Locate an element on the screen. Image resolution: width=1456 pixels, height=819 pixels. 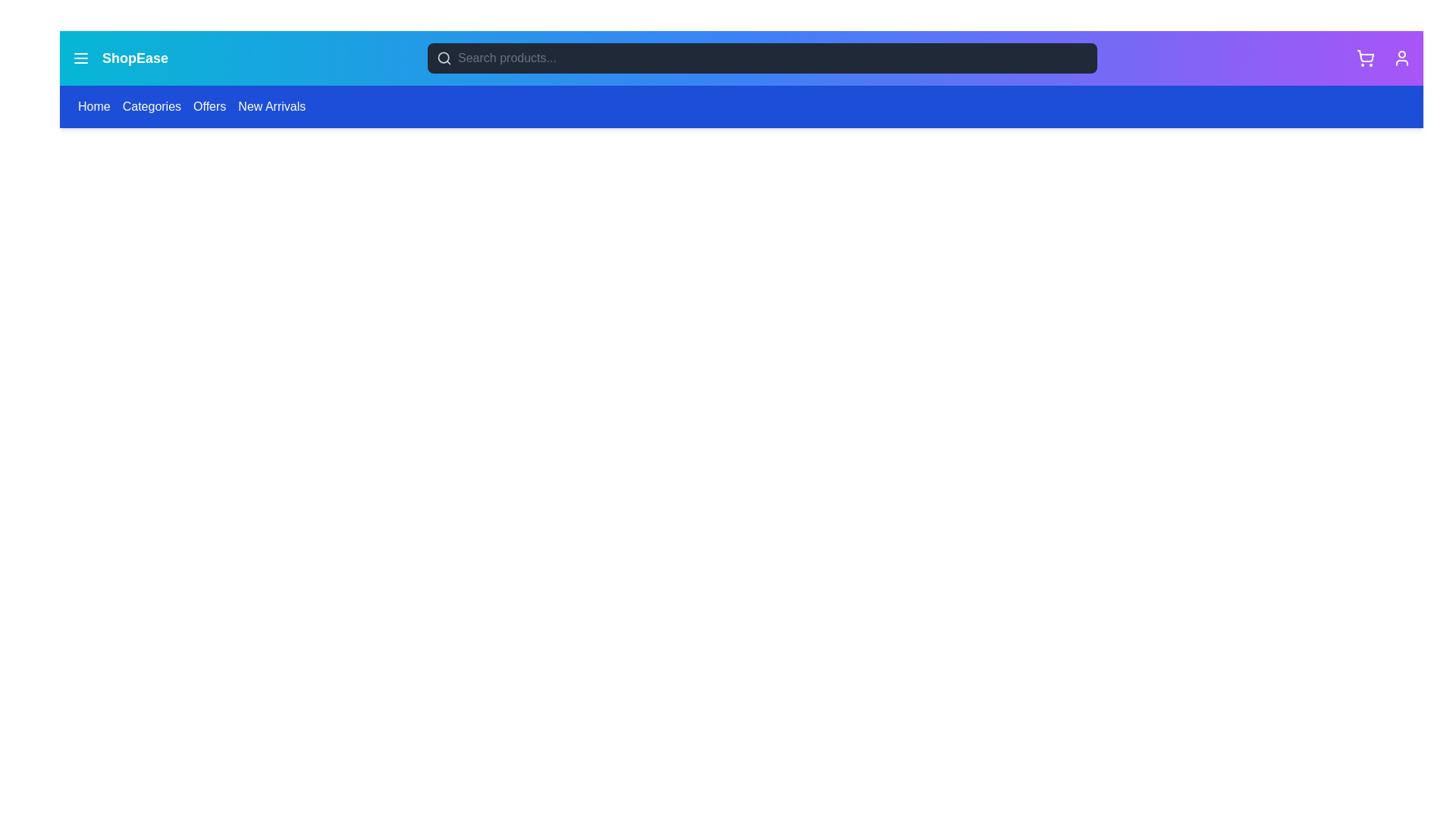
the 'ShopEase' text label, which is styled in white with a bold font and located in the top navigation bar of the page is located at coordinates (135, 58).